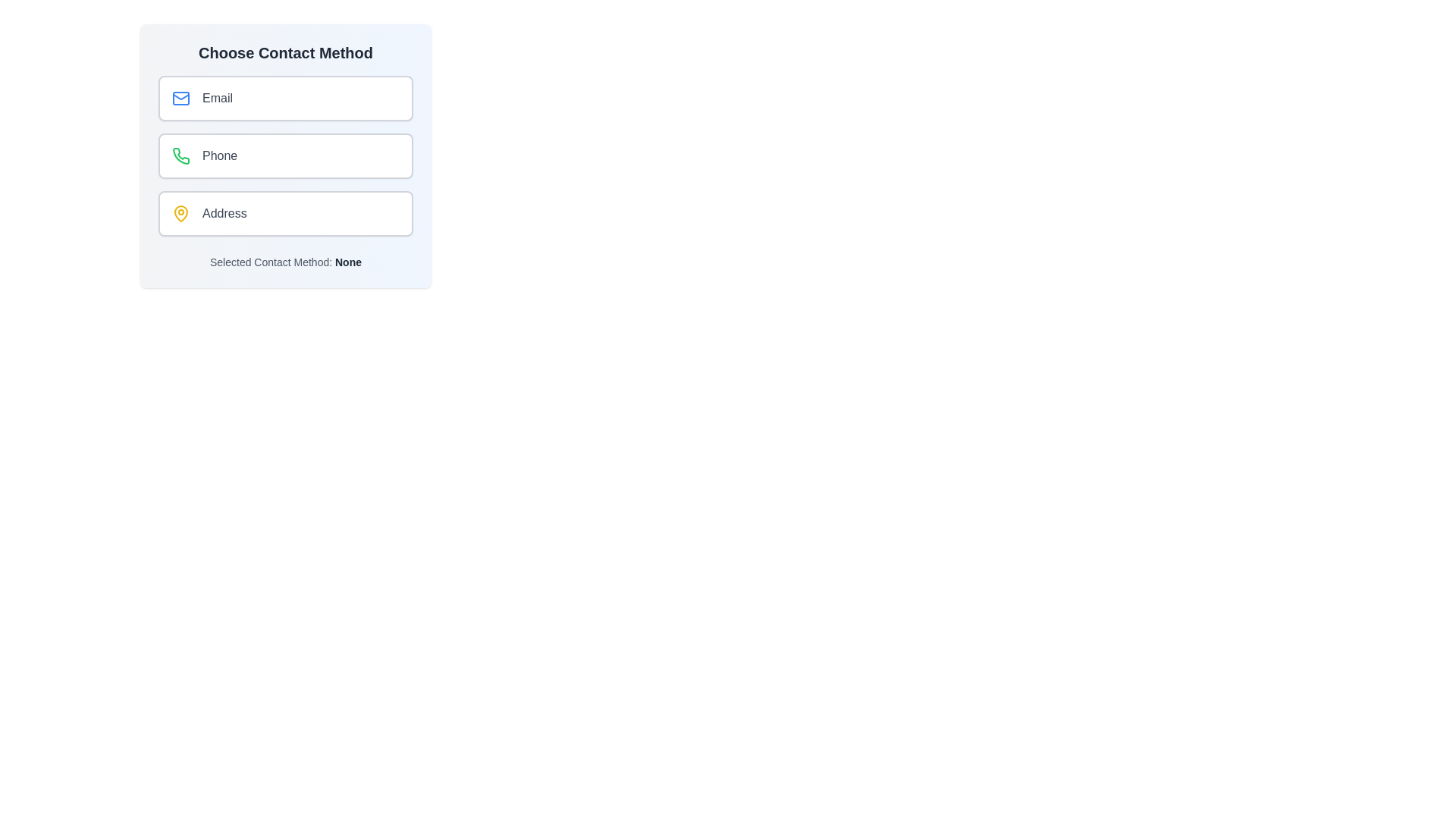  I want to click on the text label of the contact method Email, so click(217, 99).